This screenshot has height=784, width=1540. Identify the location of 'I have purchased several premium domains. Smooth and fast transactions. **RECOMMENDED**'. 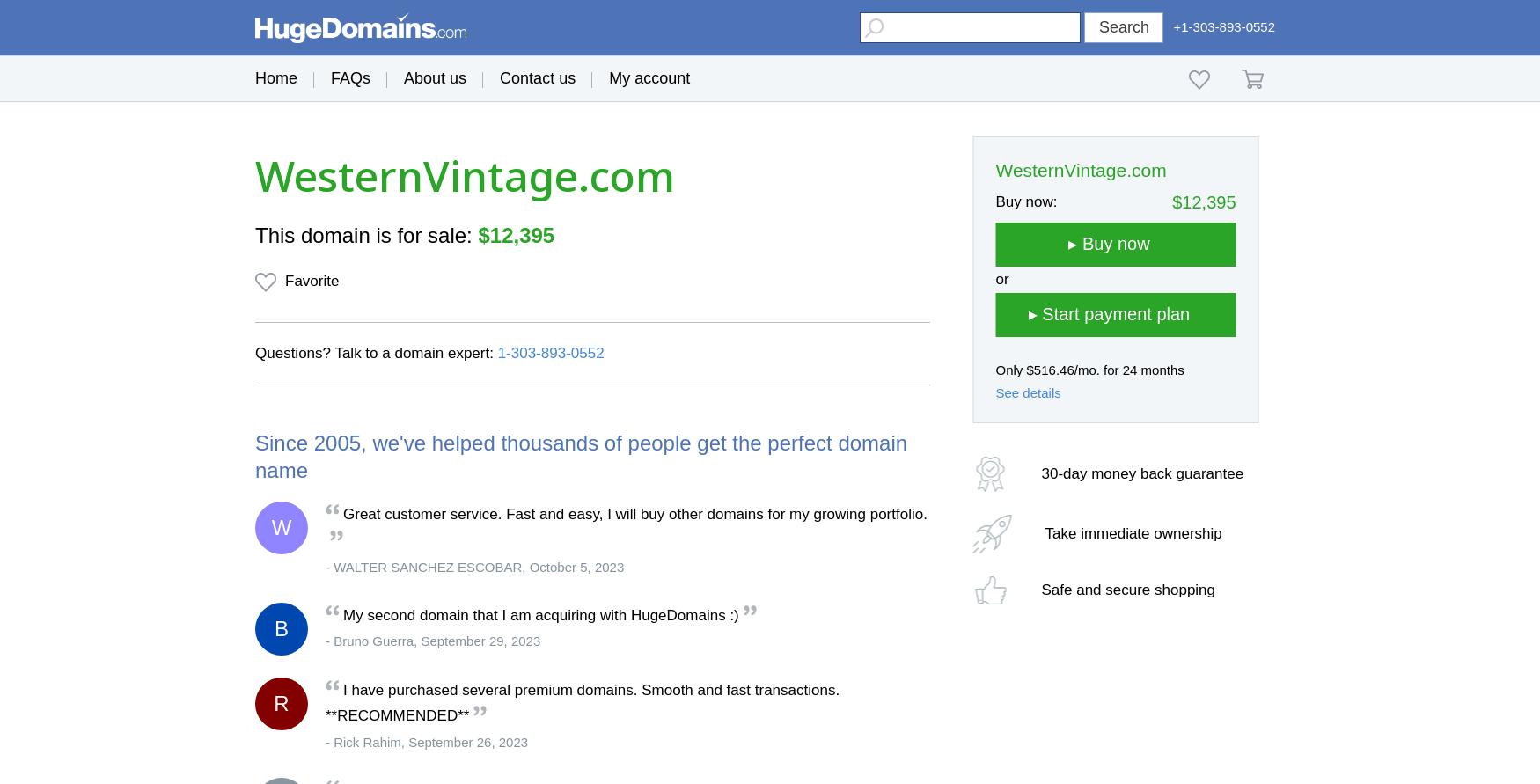
(325, 702).